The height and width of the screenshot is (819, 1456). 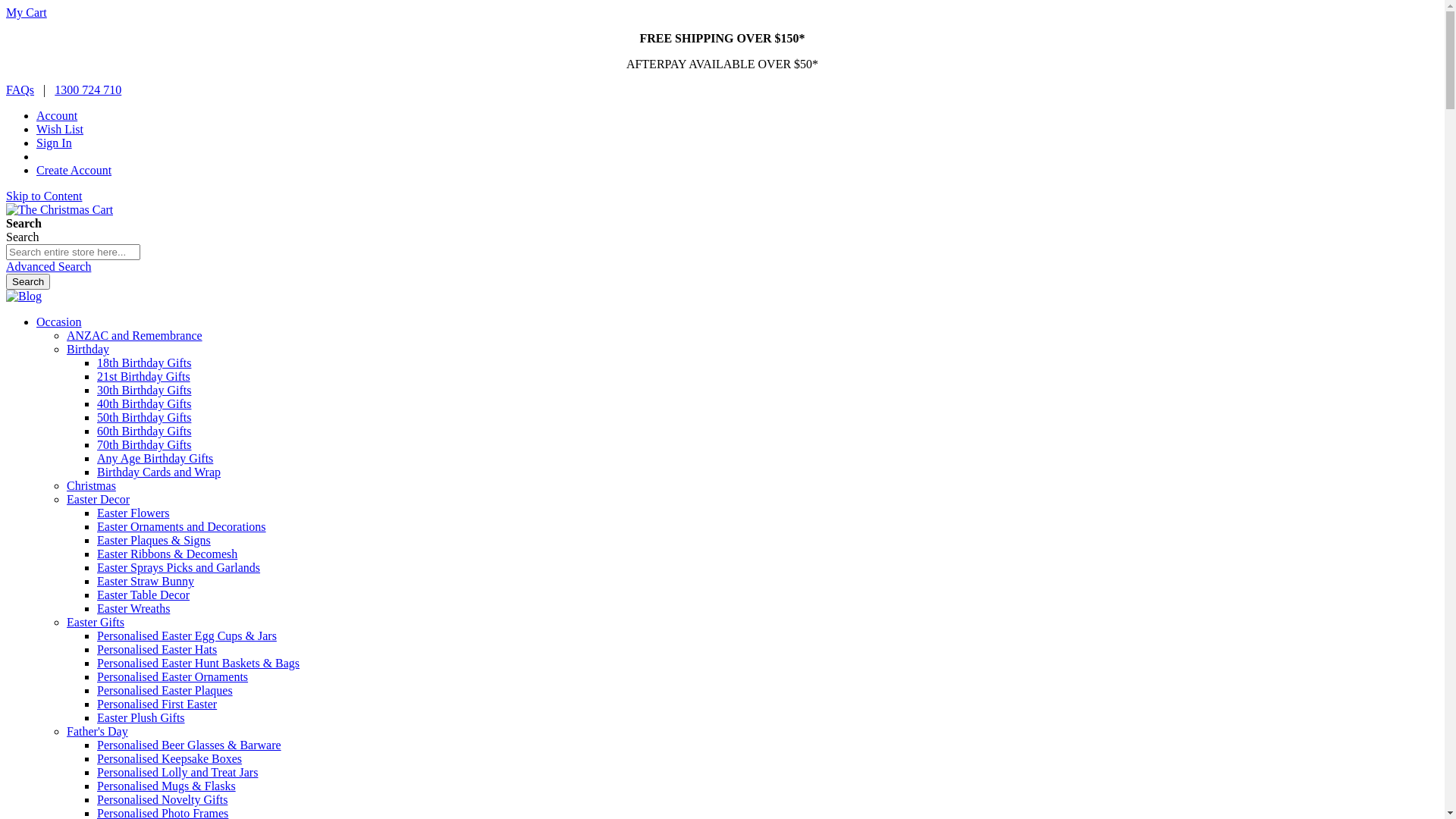 What do you see at coordinates (97, 499) in the screenshot?
I see `'Easter Decor'` at bounding box center [97, 499].